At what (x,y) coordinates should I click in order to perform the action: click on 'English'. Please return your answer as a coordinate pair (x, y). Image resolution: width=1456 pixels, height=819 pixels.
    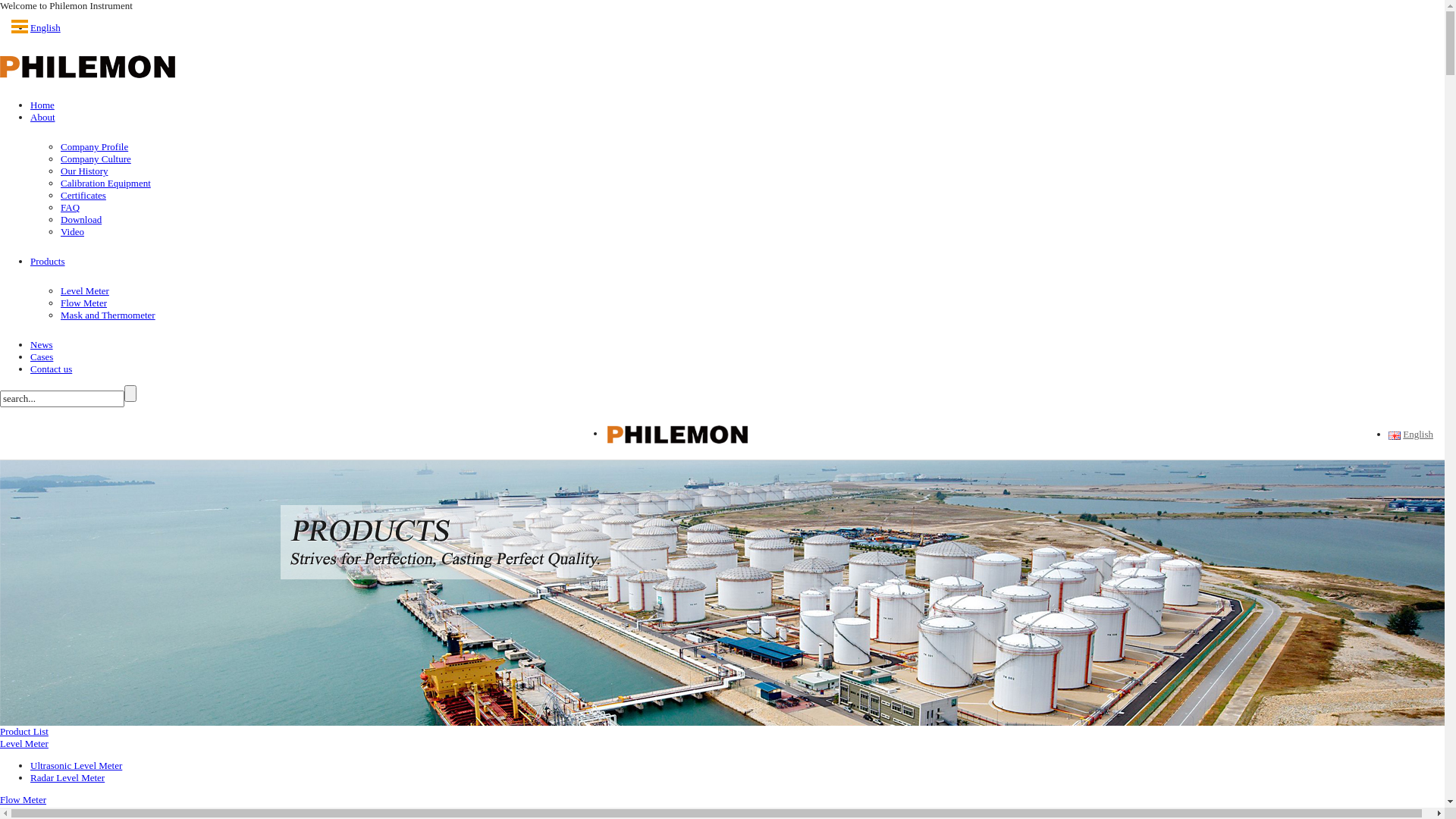
    Looking at the image, I should click on (1400, 435).